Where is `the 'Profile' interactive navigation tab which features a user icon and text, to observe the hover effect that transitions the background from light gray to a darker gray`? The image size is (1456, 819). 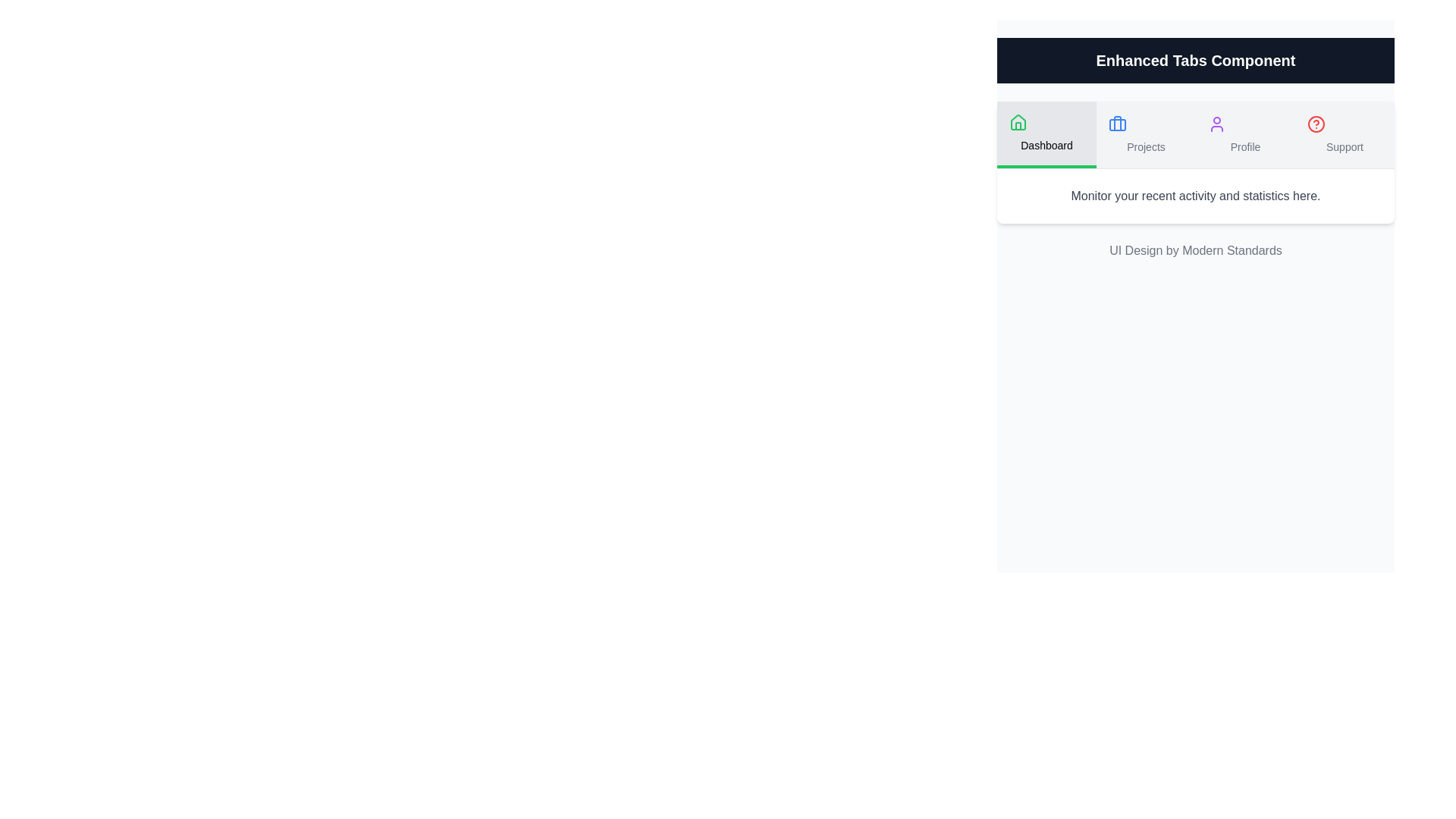
the 'Profile' interactive navigation tab which features a user icon and text, to observe the hover effect that transitions the background from light gray to a darker gray is located at coordinates (1245, 133).